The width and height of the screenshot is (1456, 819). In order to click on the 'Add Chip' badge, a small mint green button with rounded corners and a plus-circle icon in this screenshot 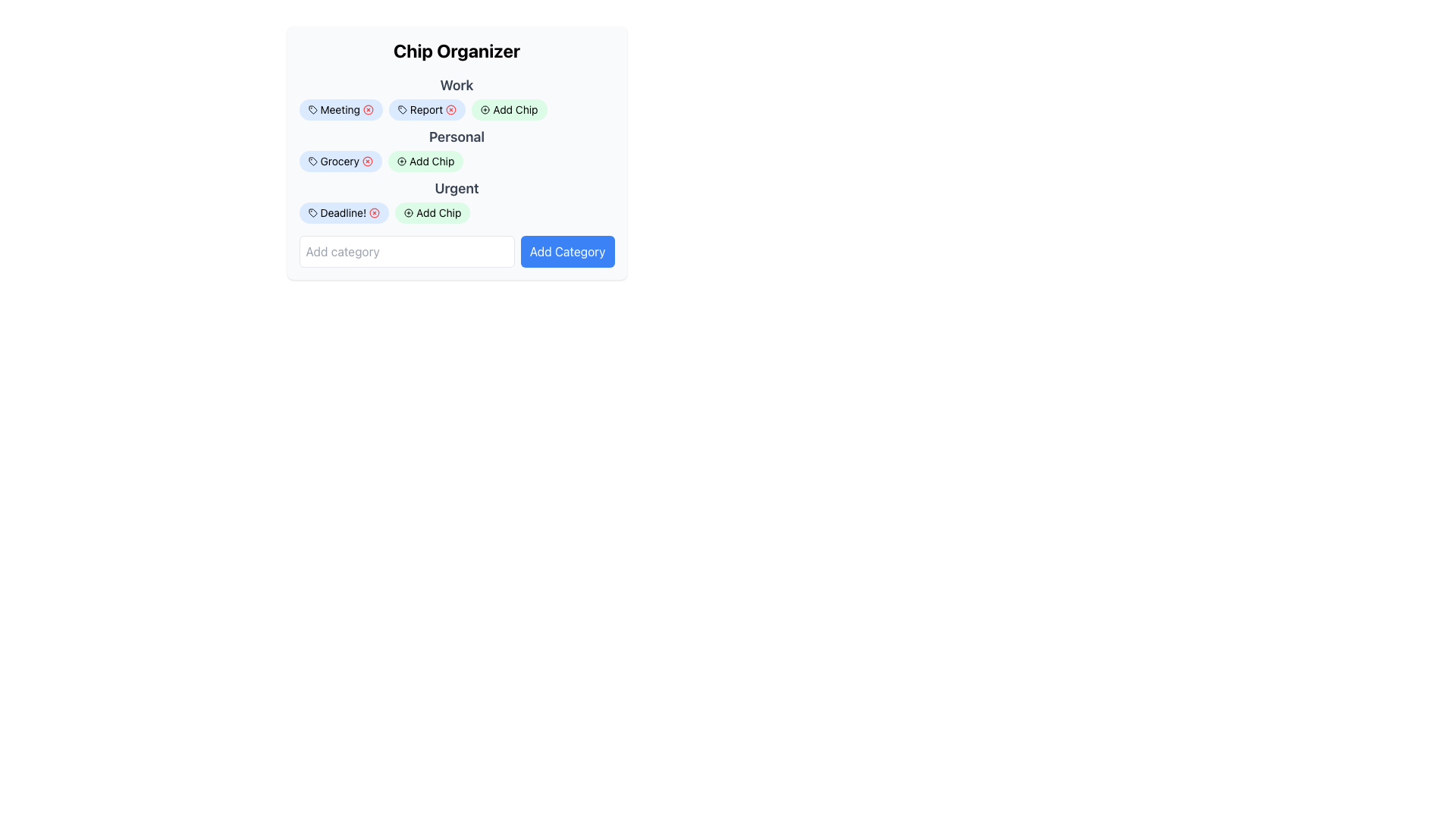, I will do `click(456, 161)`.